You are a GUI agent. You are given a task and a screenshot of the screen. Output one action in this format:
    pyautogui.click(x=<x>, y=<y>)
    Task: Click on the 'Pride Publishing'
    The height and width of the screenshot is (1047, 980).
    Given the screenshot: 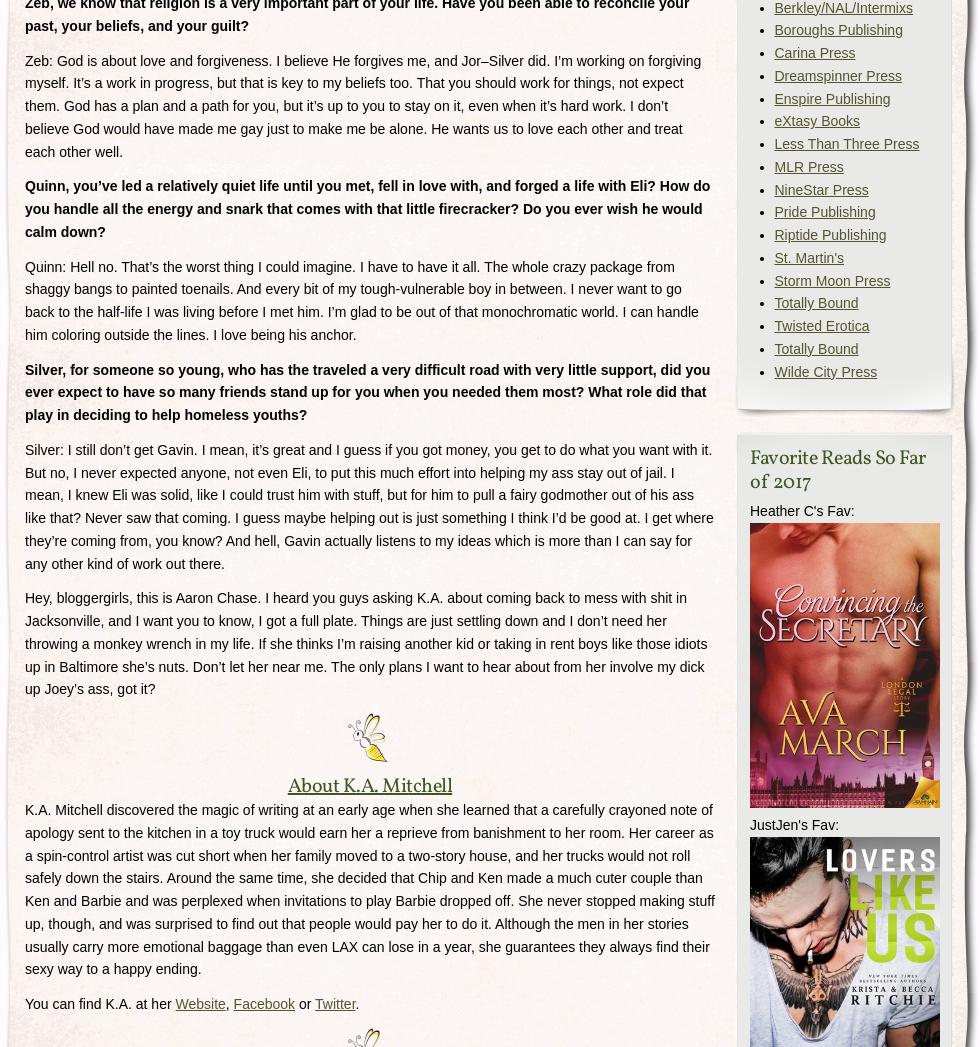 What is the action you would take?
    pyautogui.click(x=824, y=211)
    